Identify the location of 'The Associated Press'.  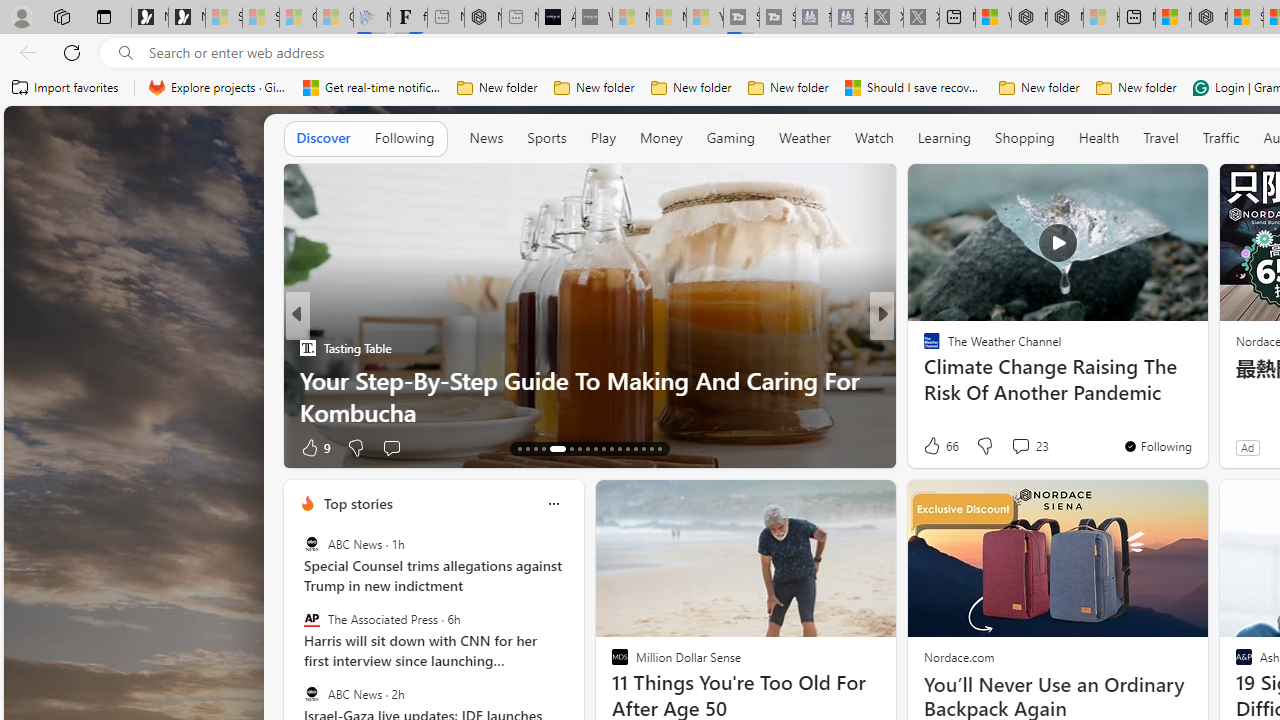
(310, 618).